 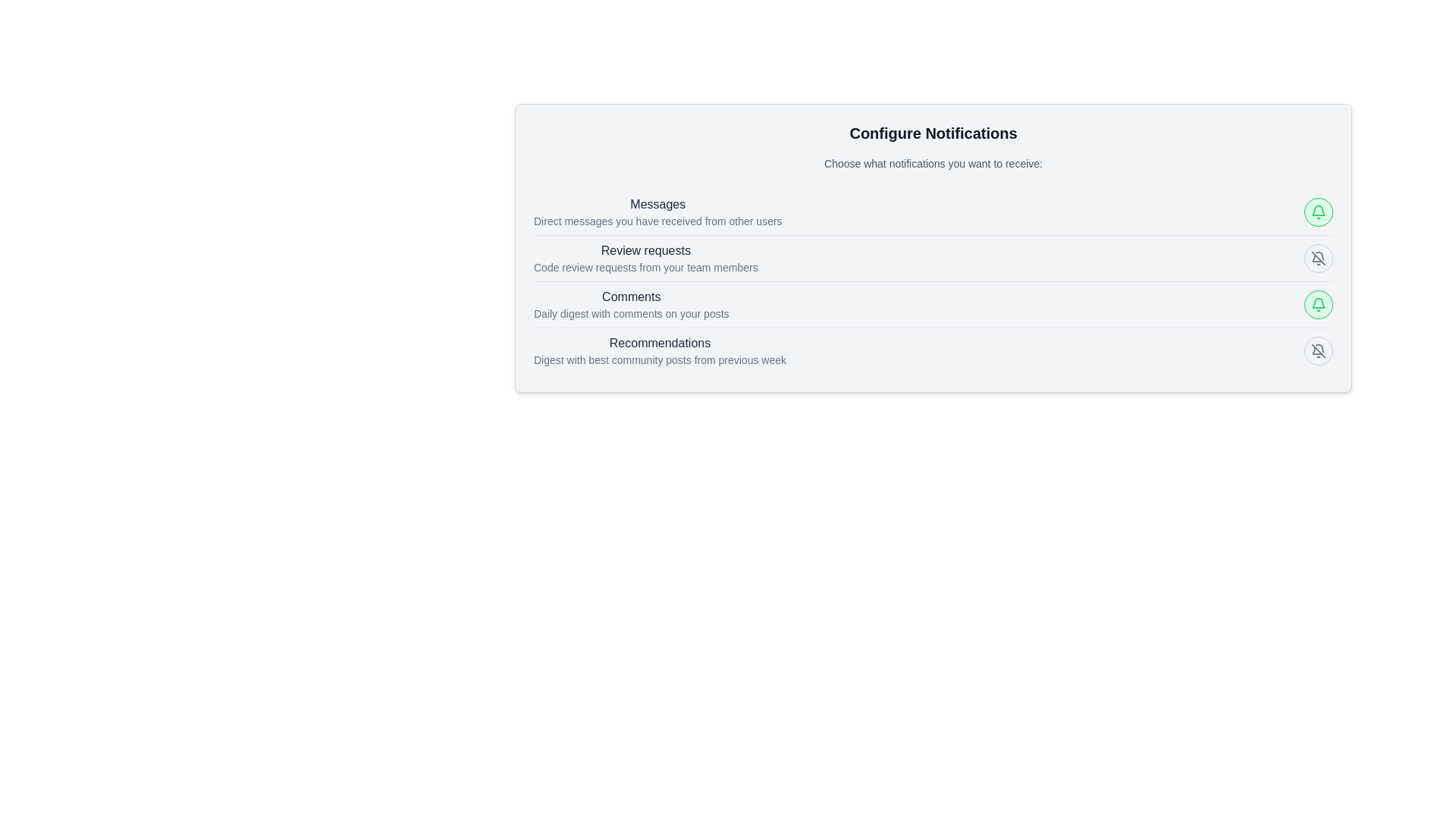 I want to click on the bell icon button for disabling notifications, located in the top-right section of the notification configuration card next to the 'Messages' option, so click(x=1317, y=304).